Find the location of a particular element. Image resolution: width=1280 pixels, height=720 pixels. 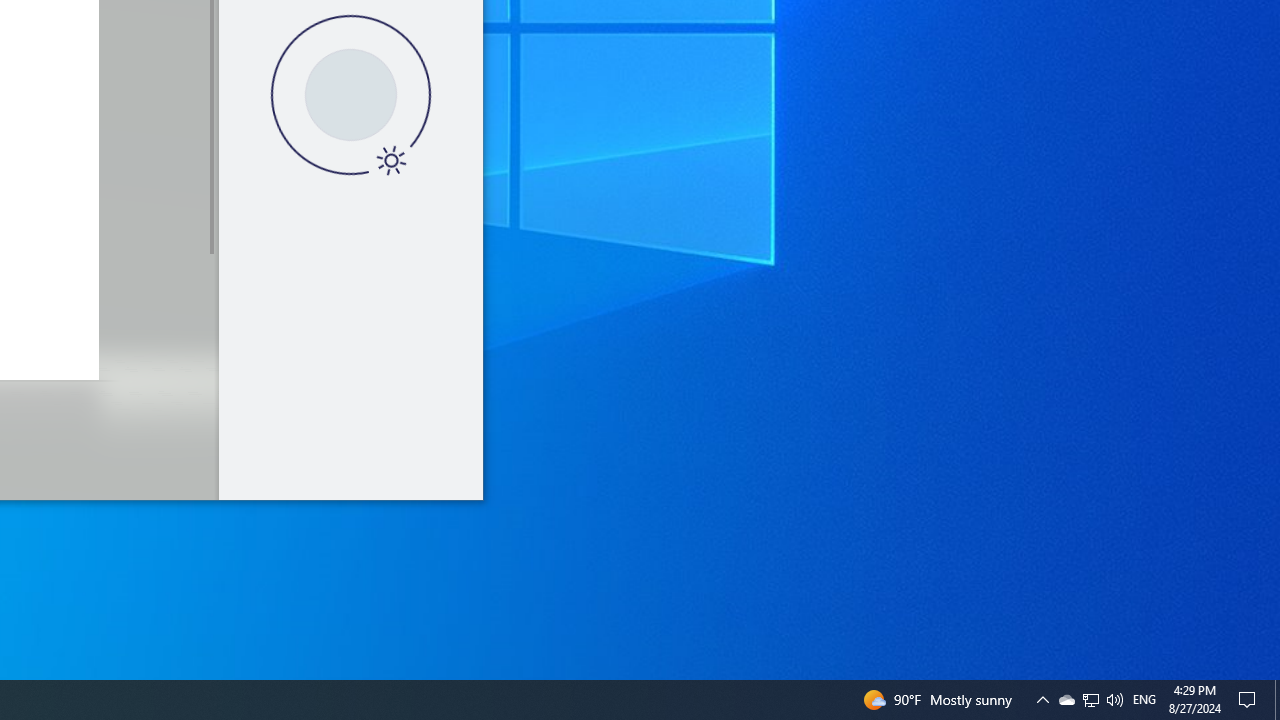

'Show desktop' is located at coordinates (1276, 698).